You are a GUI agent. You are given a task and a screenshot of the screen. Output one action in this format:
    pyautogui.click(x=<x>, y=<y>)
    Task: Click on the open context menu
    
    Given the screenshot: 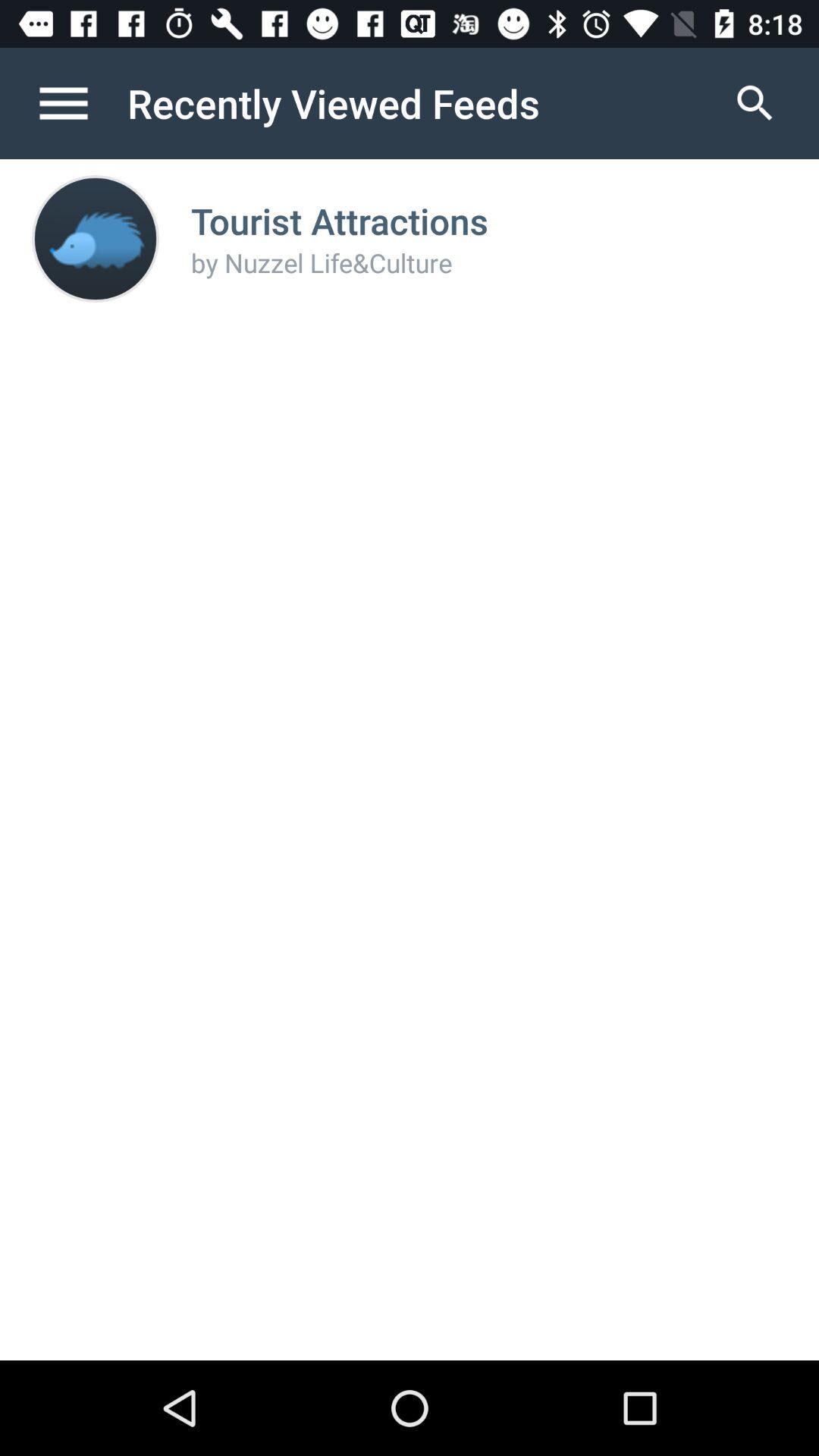 What is the action you would take?
    pyautogui.click(x=79, y=102)
    